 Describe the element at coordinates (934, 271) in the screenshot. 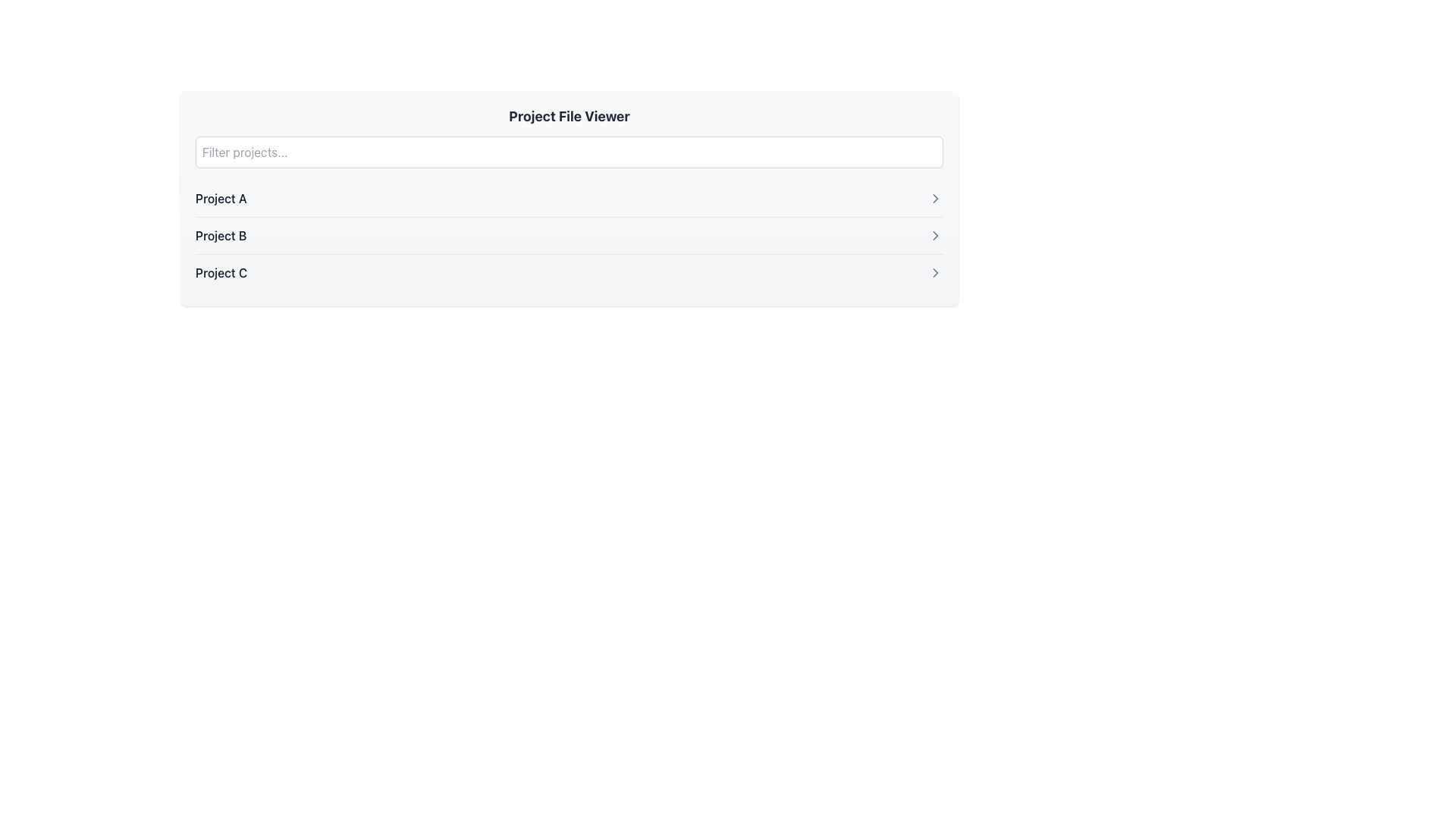

I see `the right-pointing gray chevron icon located to the right of the text 'Project C'` at that location.